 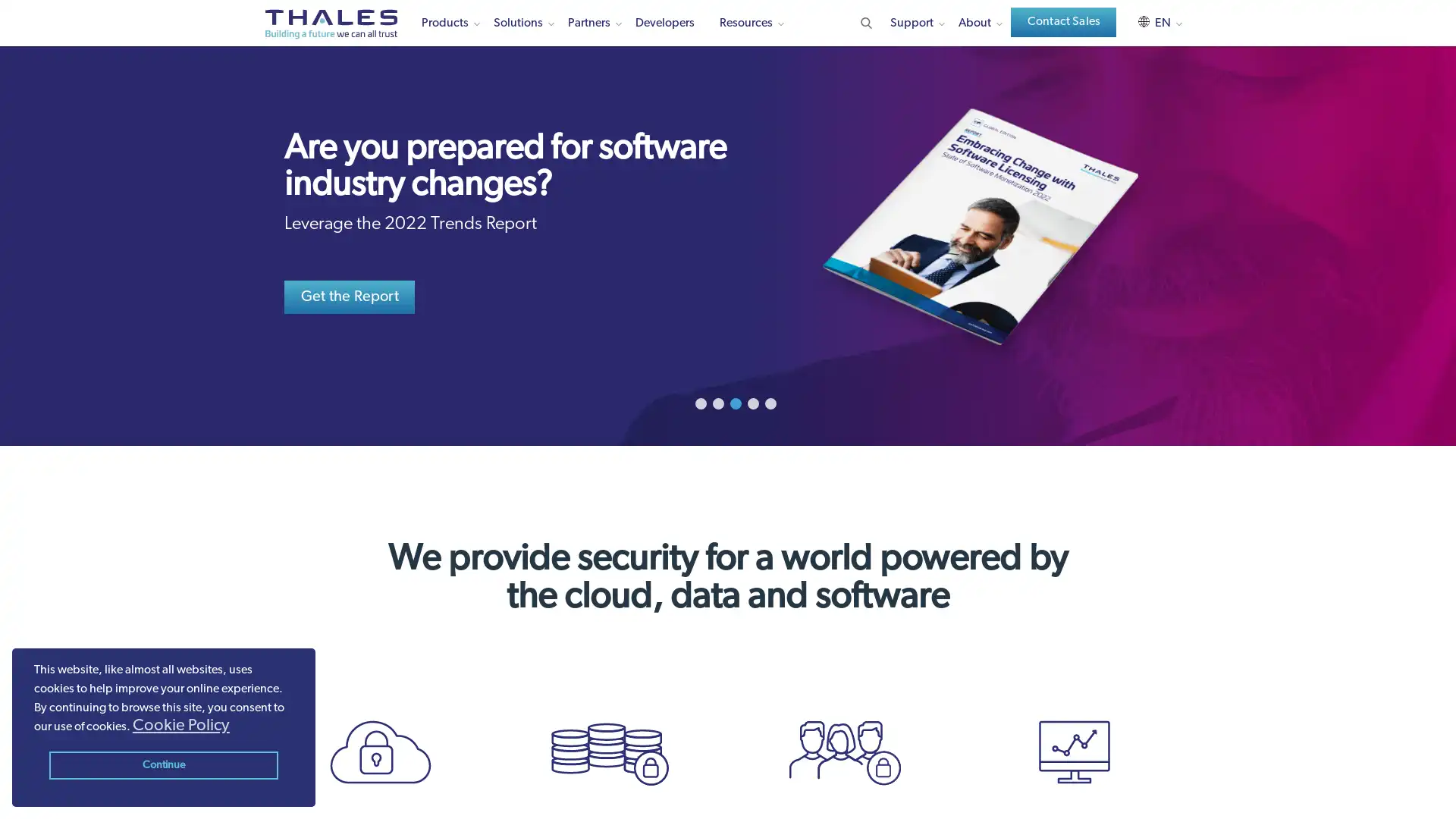 What do you see at coordinates (735, 403) in the screenshot?
I see `3` at bounding box center [735, 403].